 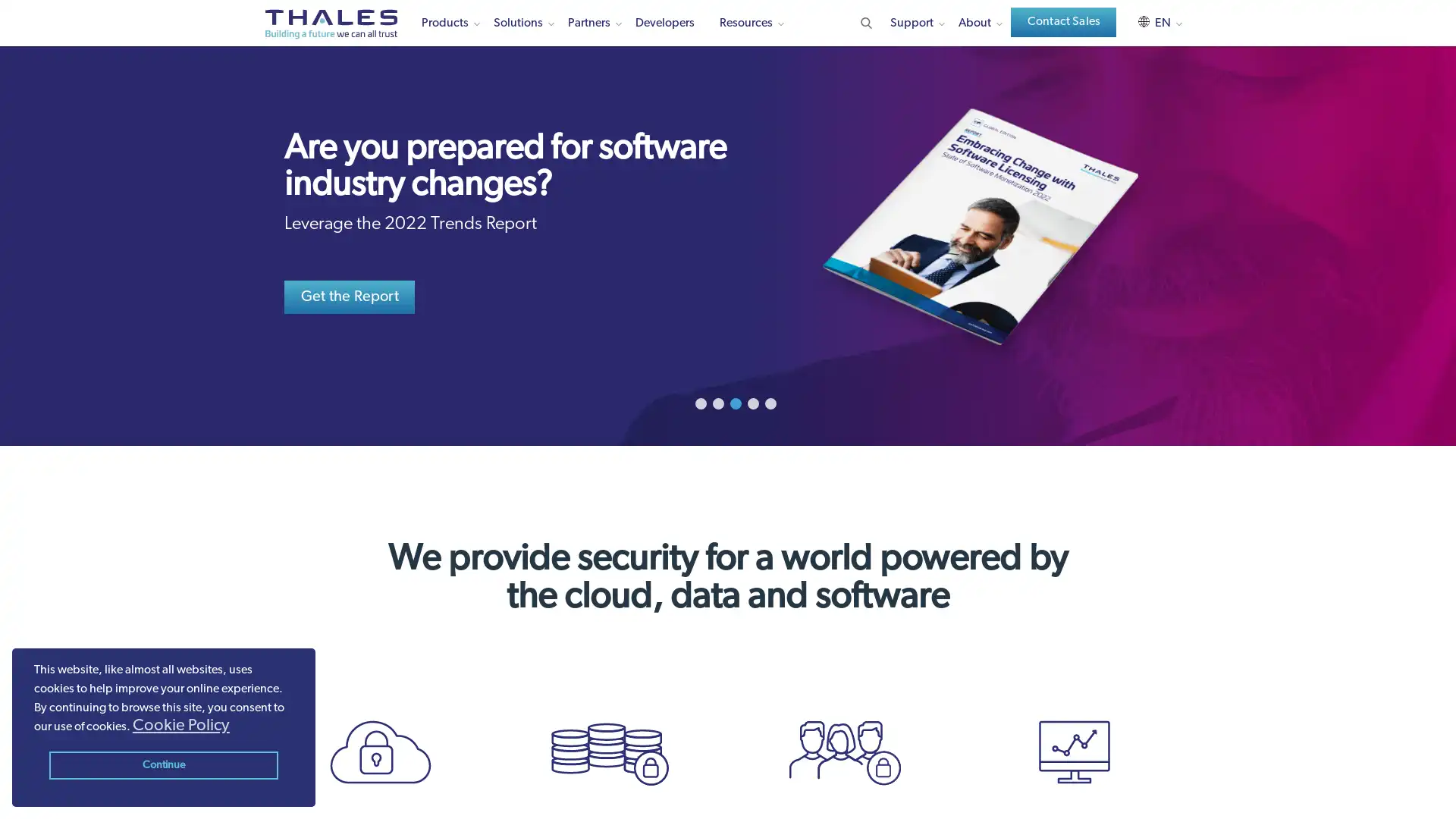 What do you see at coordinates (735, 403) in the screenshot?
I see `3` at bounding box center [735, 403].